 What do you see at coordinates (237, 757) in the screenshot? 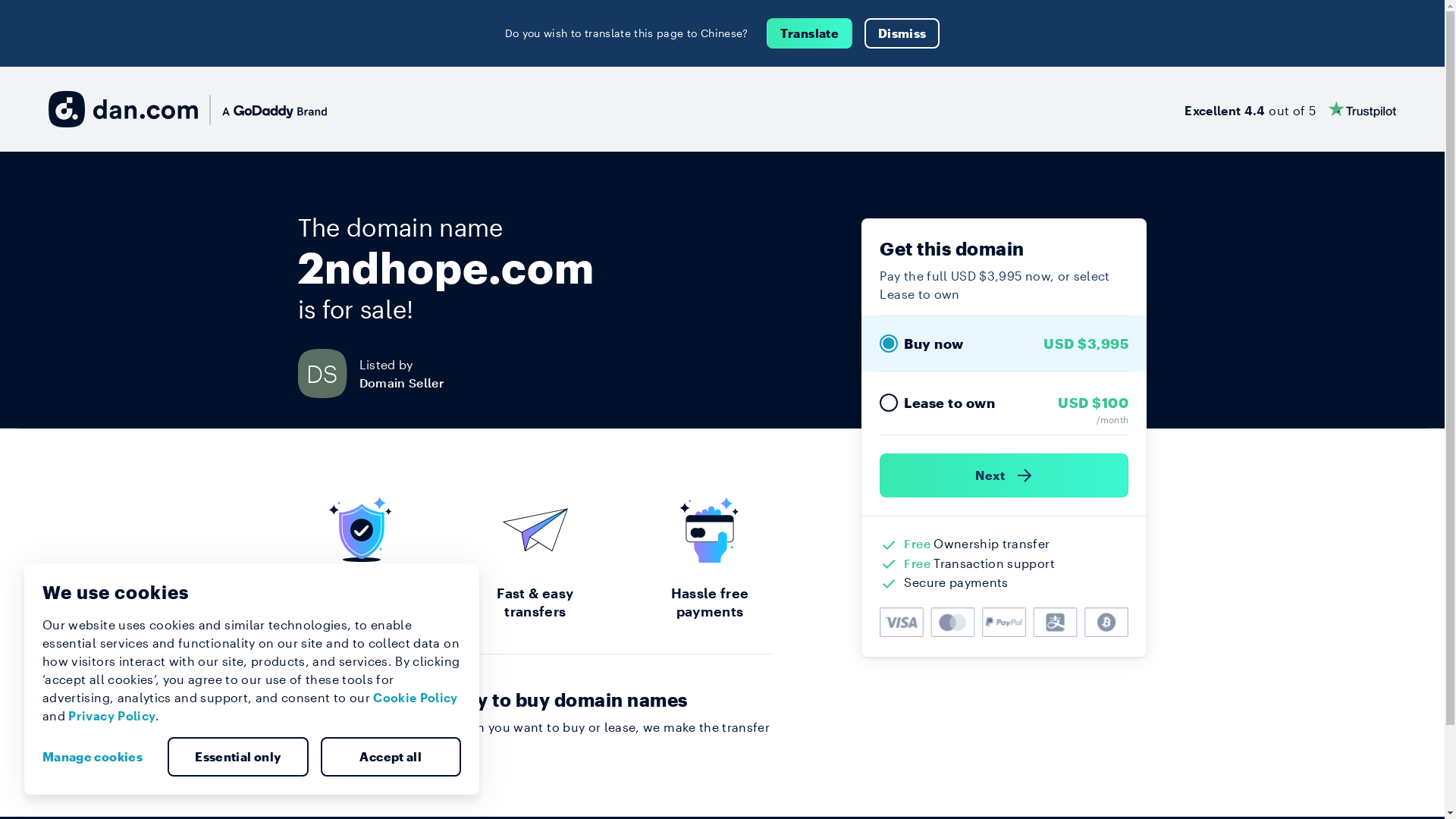
I see `'Essential only'` at bounding box center [237, 757].